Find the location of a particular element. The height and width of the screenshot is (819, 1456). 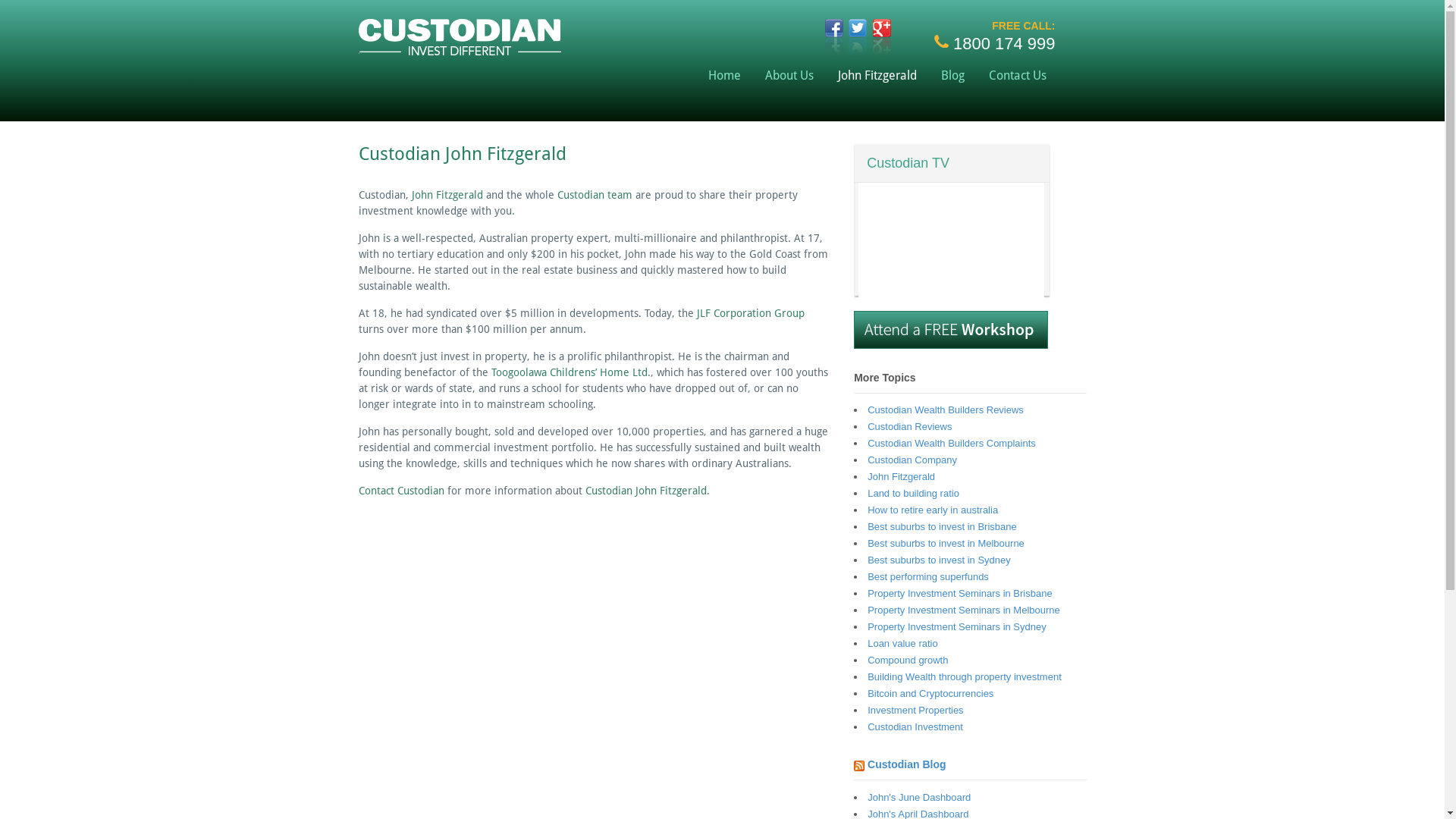

'Custodian Blog' is located at coordinates (906, 764).